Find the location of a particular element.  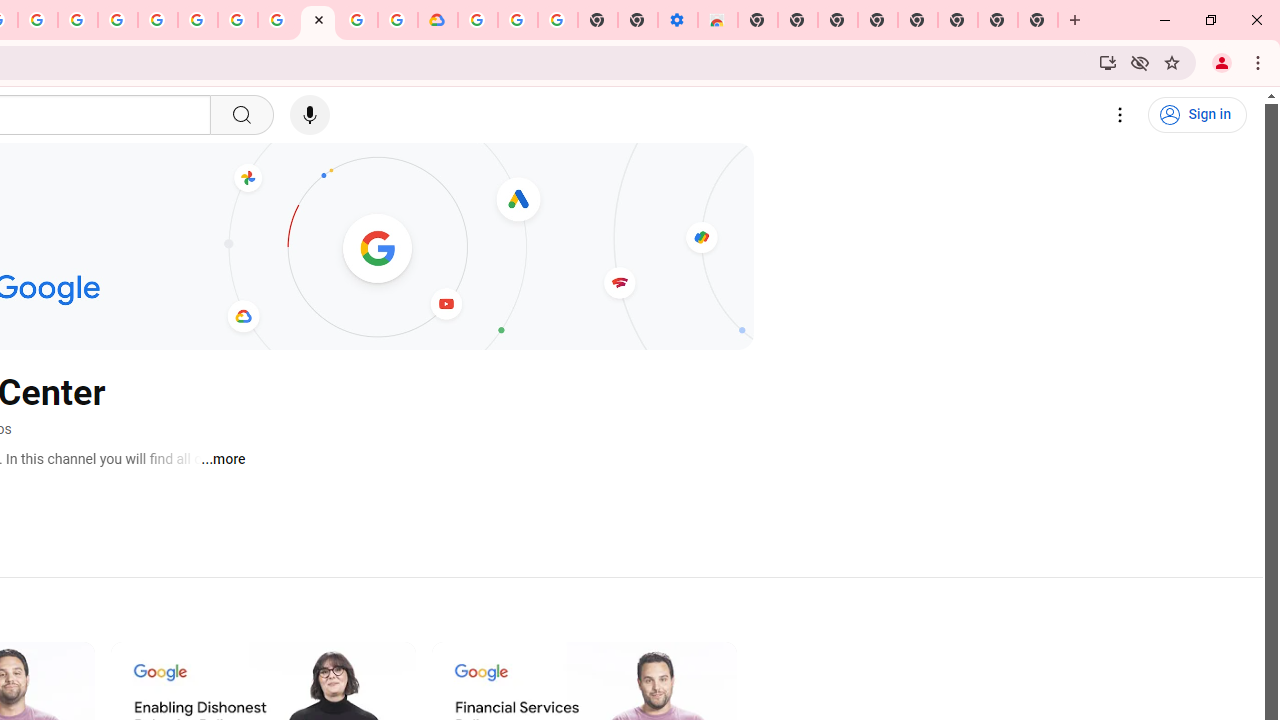

'Create your Google Account' is located at coordinates (37, 20).